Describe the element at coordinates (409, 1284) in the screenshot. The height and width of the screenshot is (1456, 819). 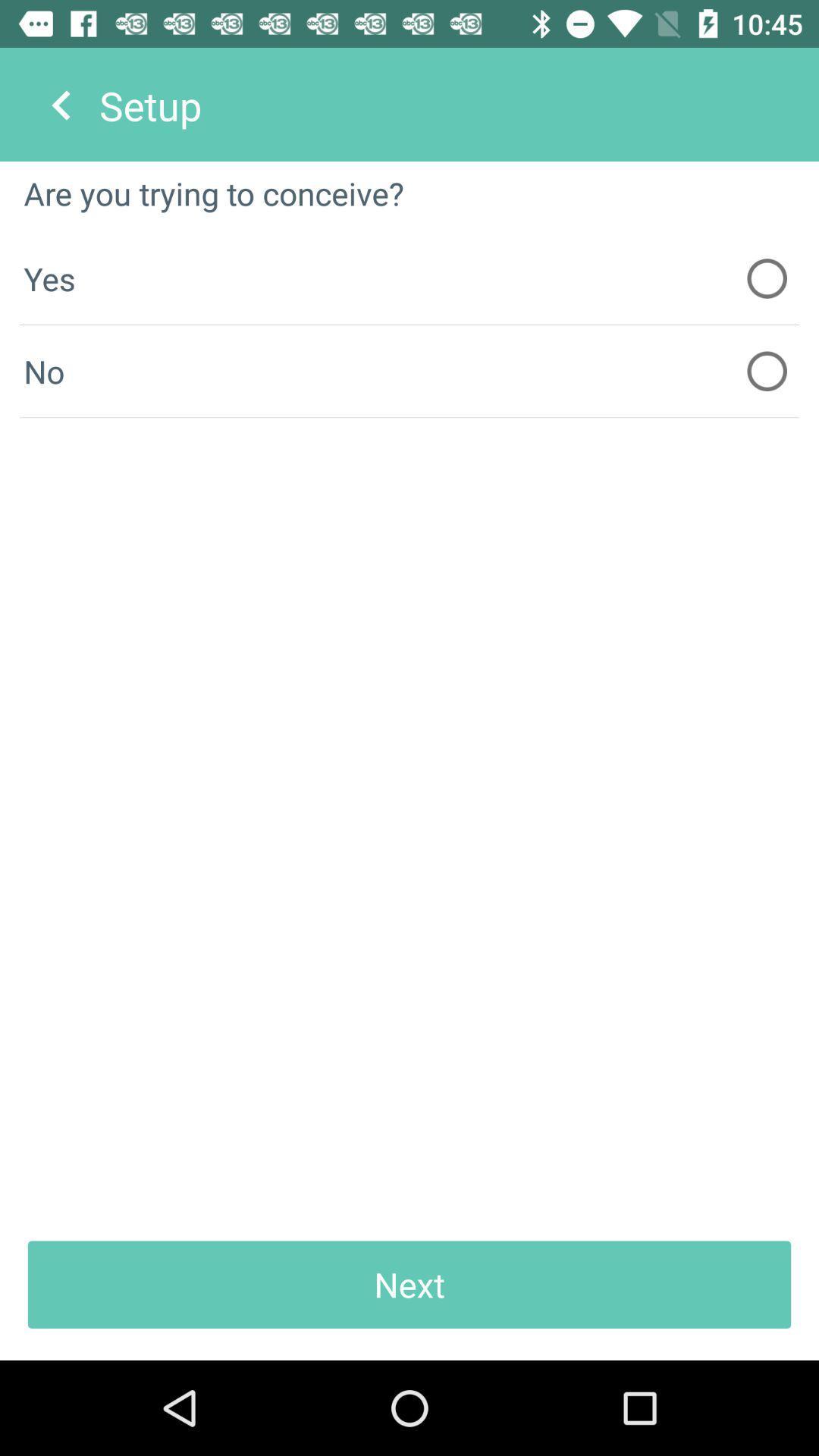
I see `the next` at that location.